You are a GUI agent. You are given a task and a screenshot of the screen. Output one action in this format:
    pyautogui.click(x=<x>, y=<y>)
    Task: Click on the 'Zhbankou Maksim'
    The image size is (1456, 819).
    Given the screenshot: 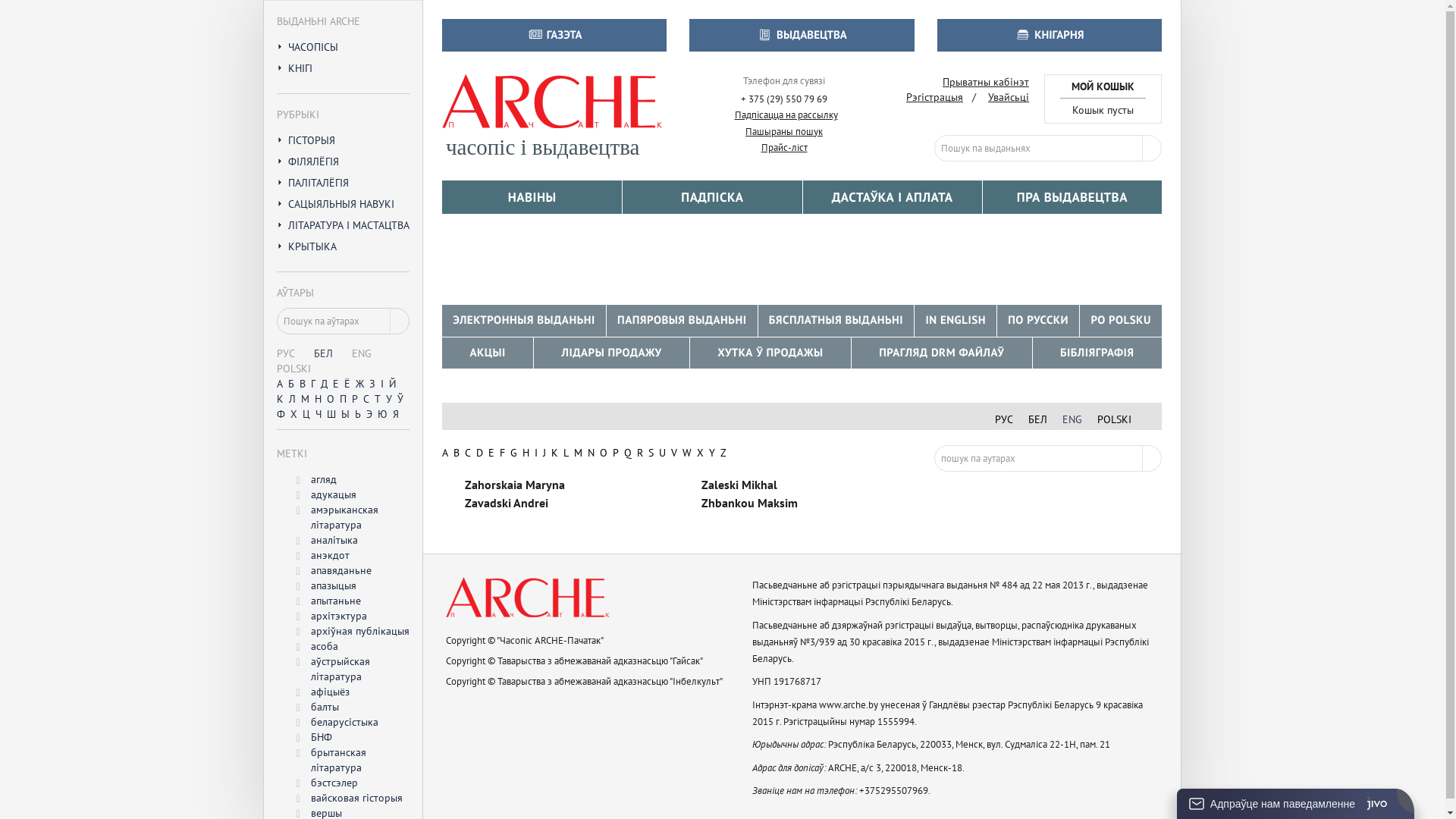 What is the action you would take?
    pyautogui.click(x=749, y=503)
    